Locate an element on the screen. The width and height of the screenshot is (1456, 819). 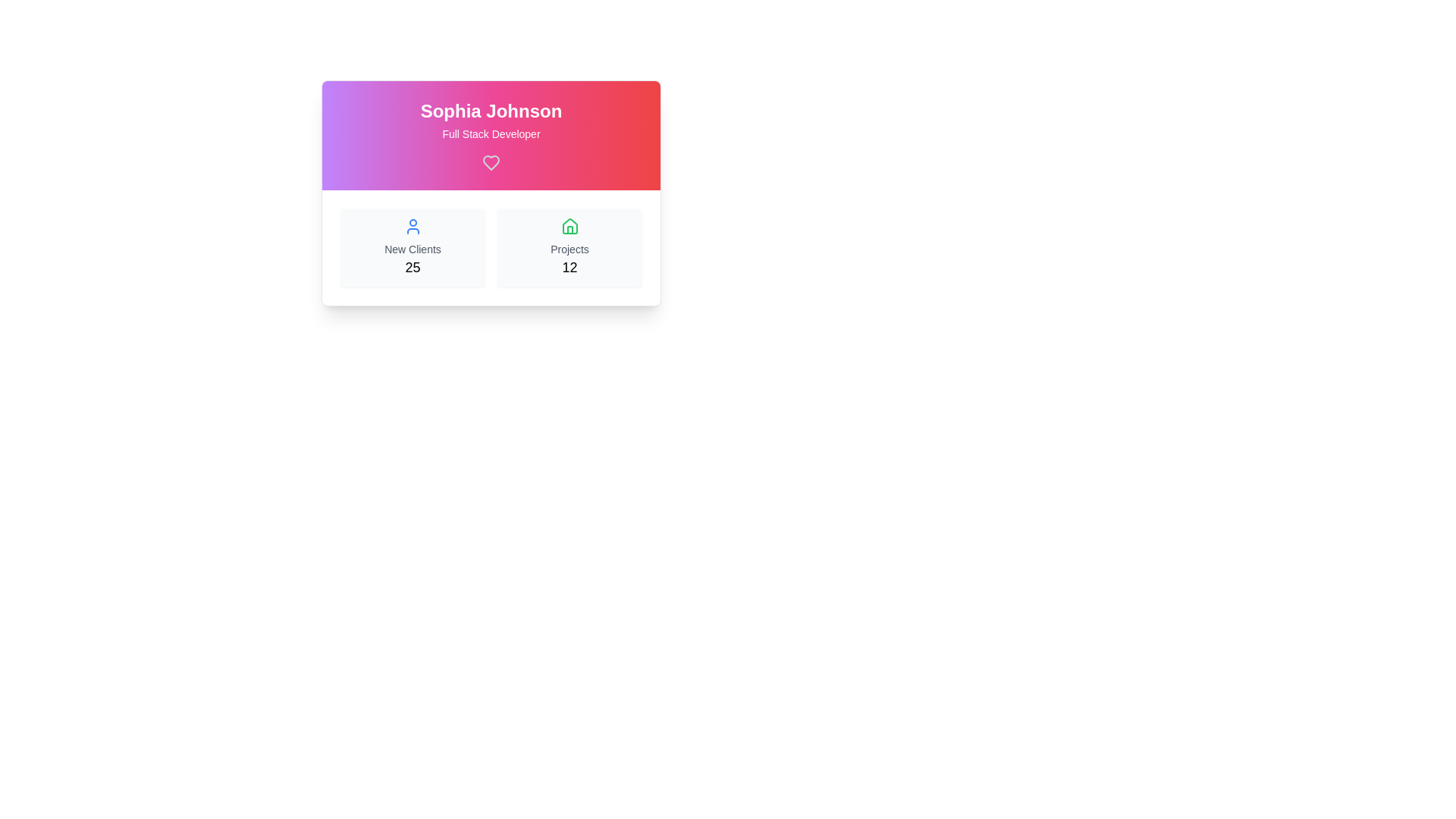
the heart-shaped icon button located at the top-center of the profile card is located at coordinates (491, 163).